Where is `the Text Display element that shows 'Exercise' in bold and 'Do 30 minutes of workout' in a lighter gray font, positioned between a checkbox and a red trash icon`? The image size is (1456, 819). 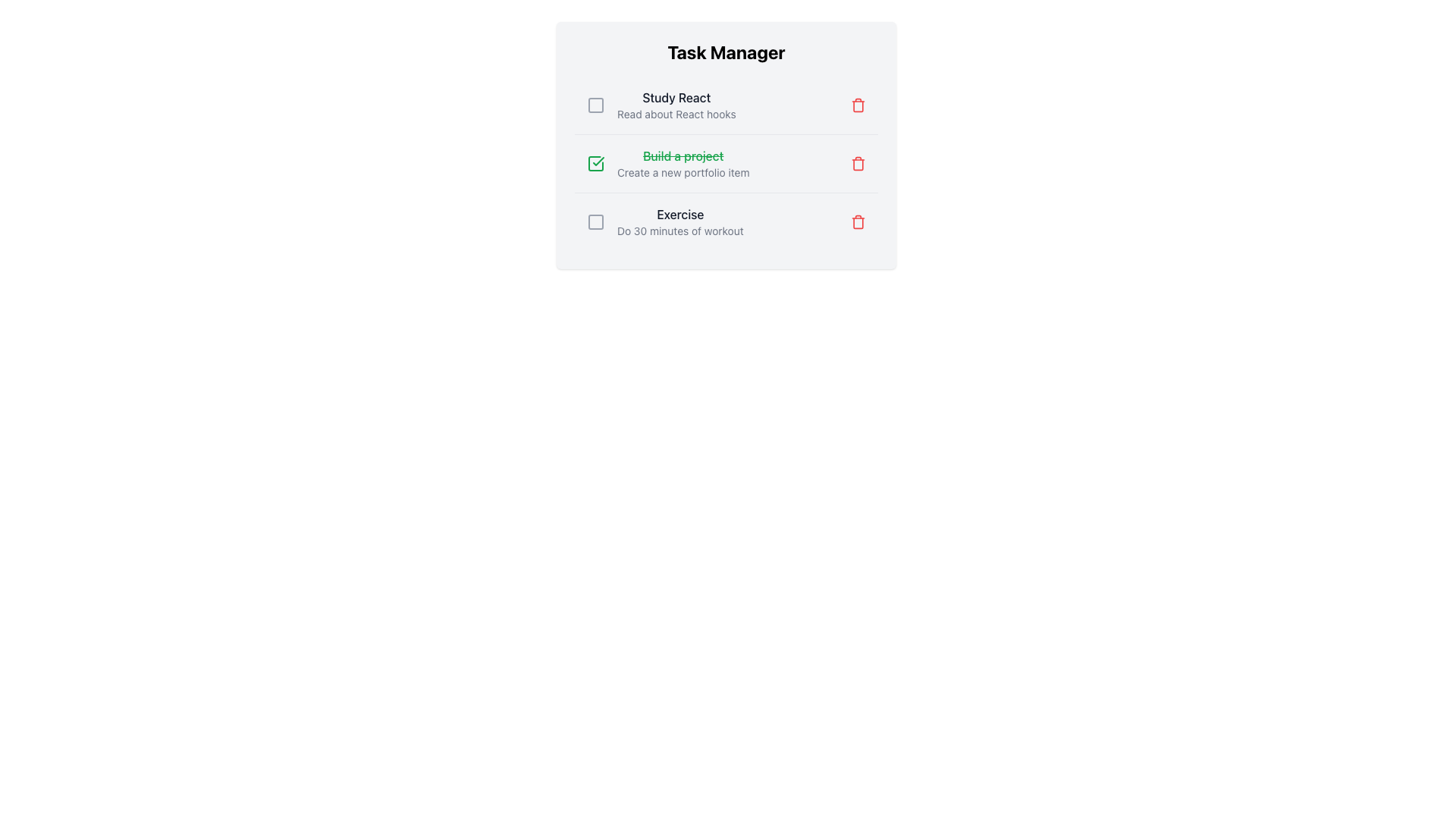 the Text Display element that shows 'Exercise' in bold and 'Do 30 minutes of workout' in a lighter gray font, positioned between a checkbox and a red trash icon is located at coordinates (679, 222).